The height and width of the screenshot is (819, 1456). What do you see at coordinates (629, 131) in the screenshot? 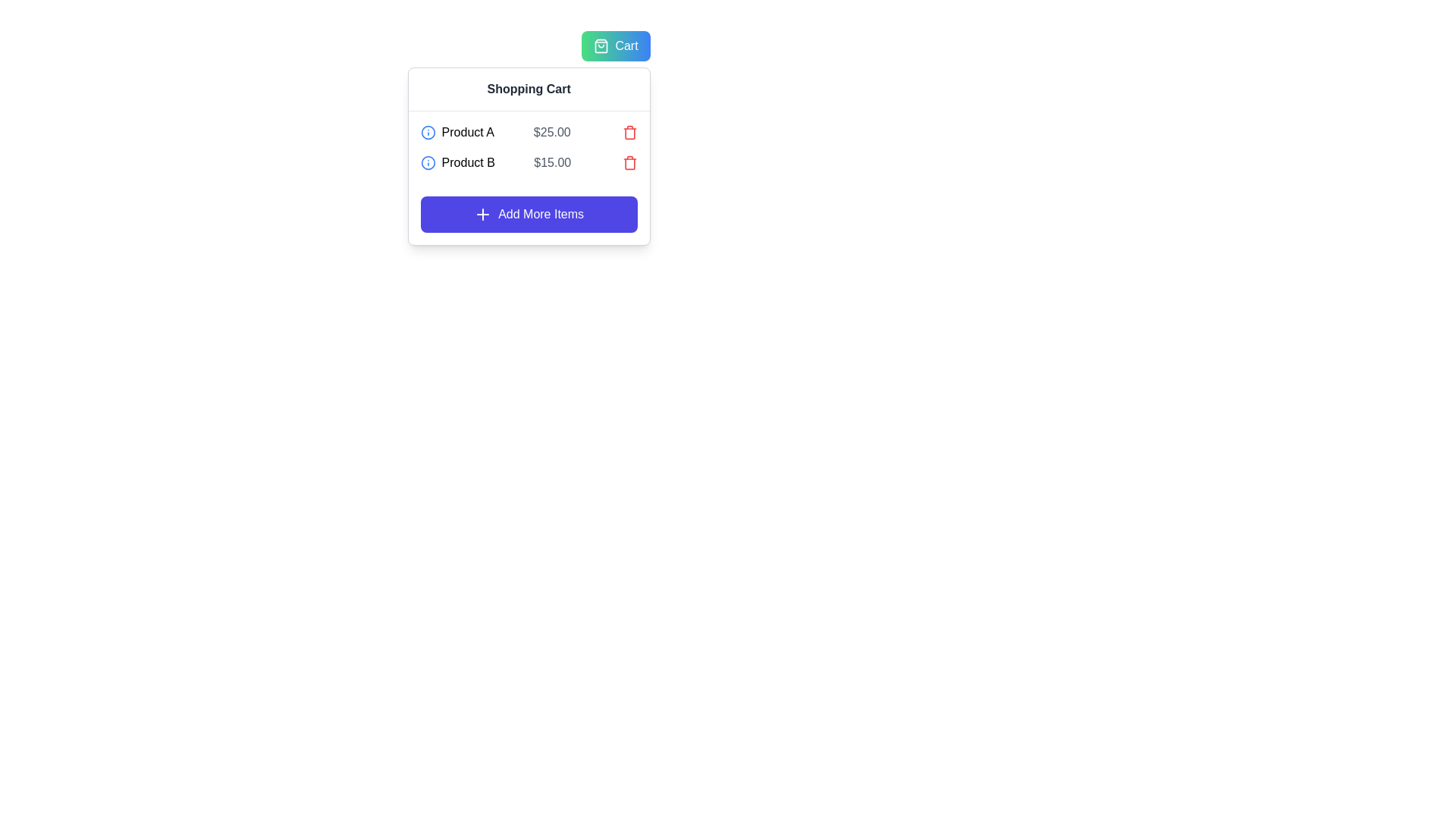
I see `the trash bin icon button` at bounding box center [629, 131].